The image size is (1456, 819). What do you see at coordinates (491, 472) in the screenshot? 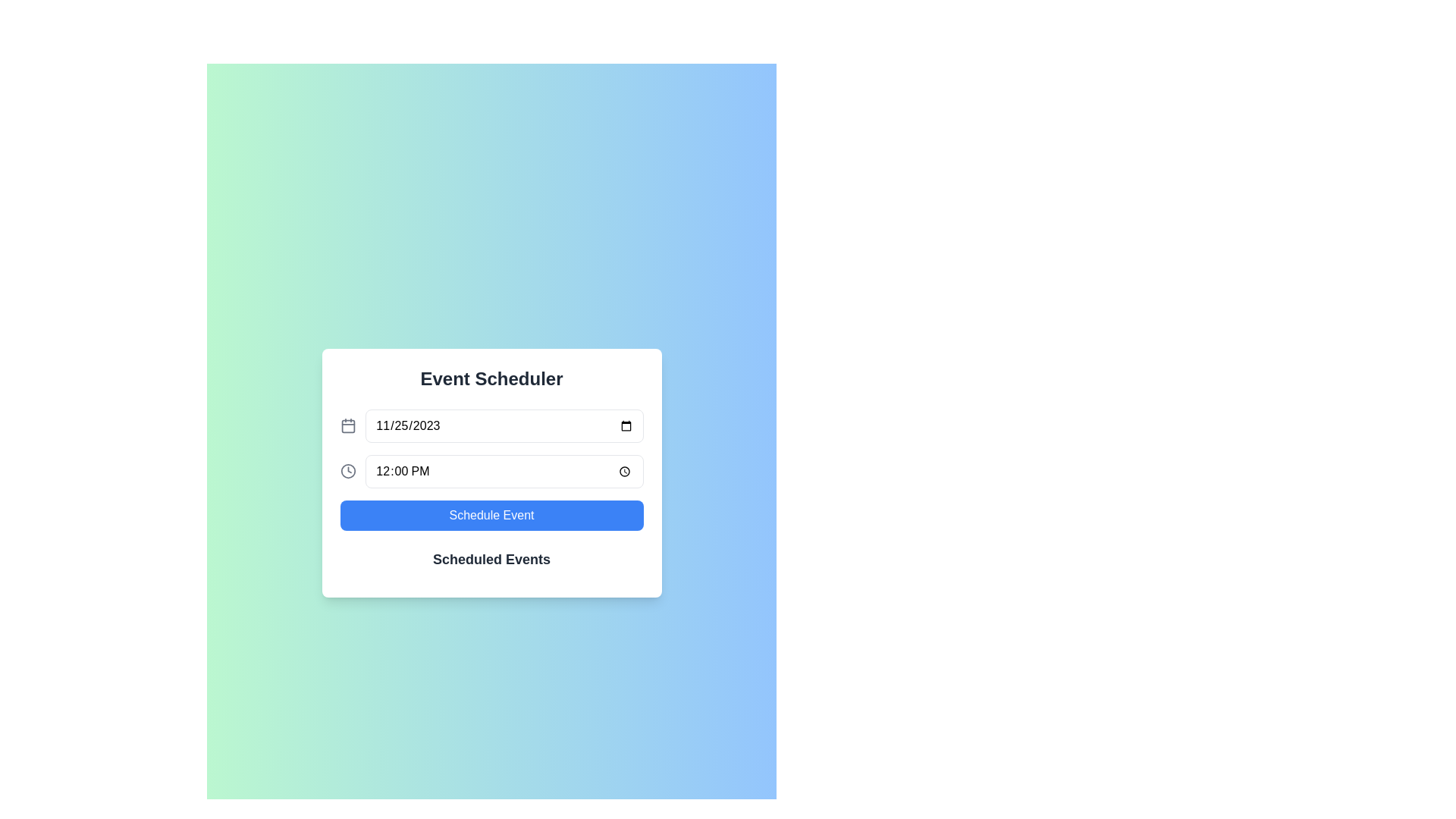
I see `within the scheduler interface element` at bounding box center [491, 472].